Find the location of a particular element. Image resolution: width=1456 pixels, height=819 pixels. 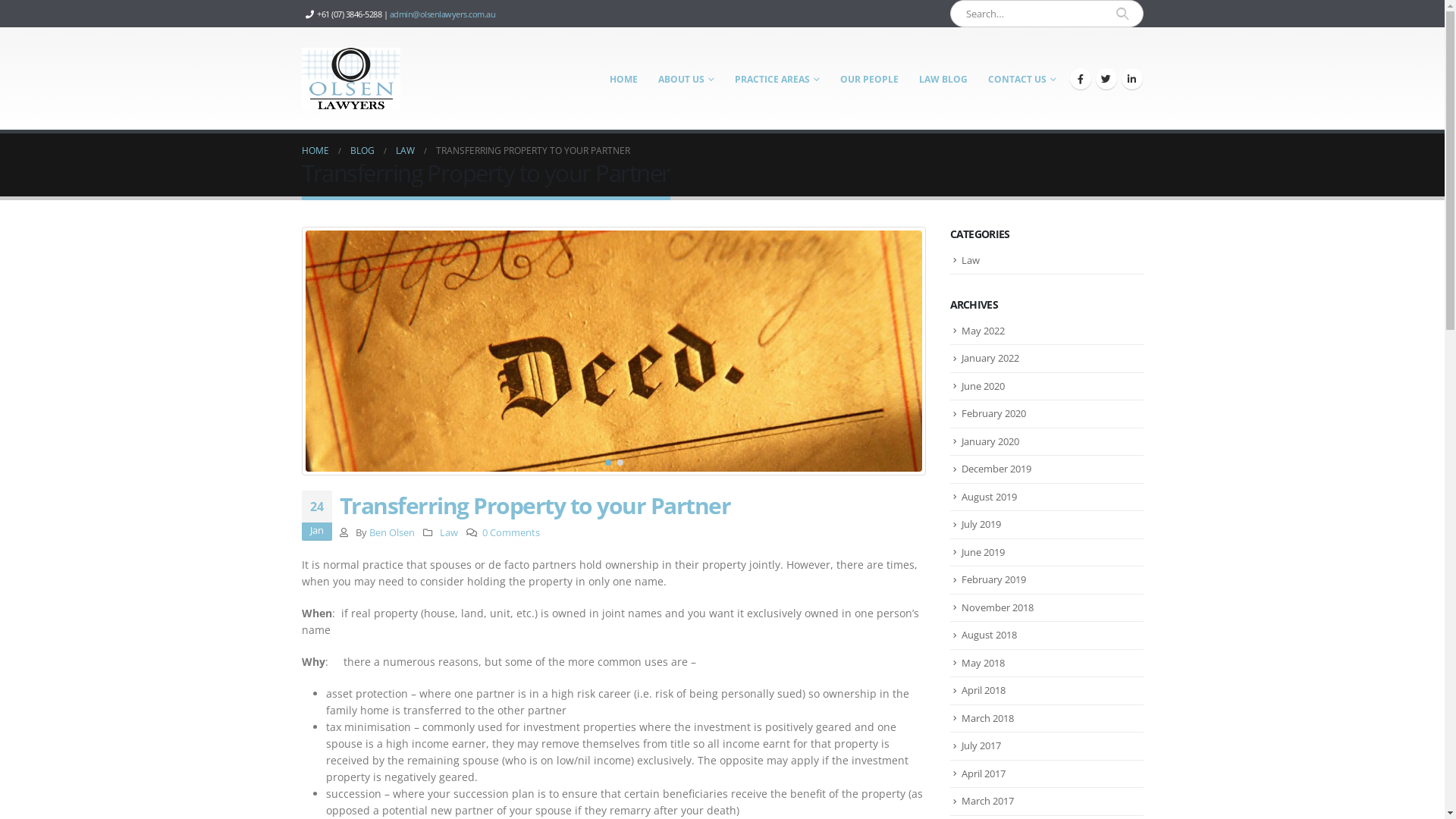

'July 2019' is located at coordinates (981, 522).